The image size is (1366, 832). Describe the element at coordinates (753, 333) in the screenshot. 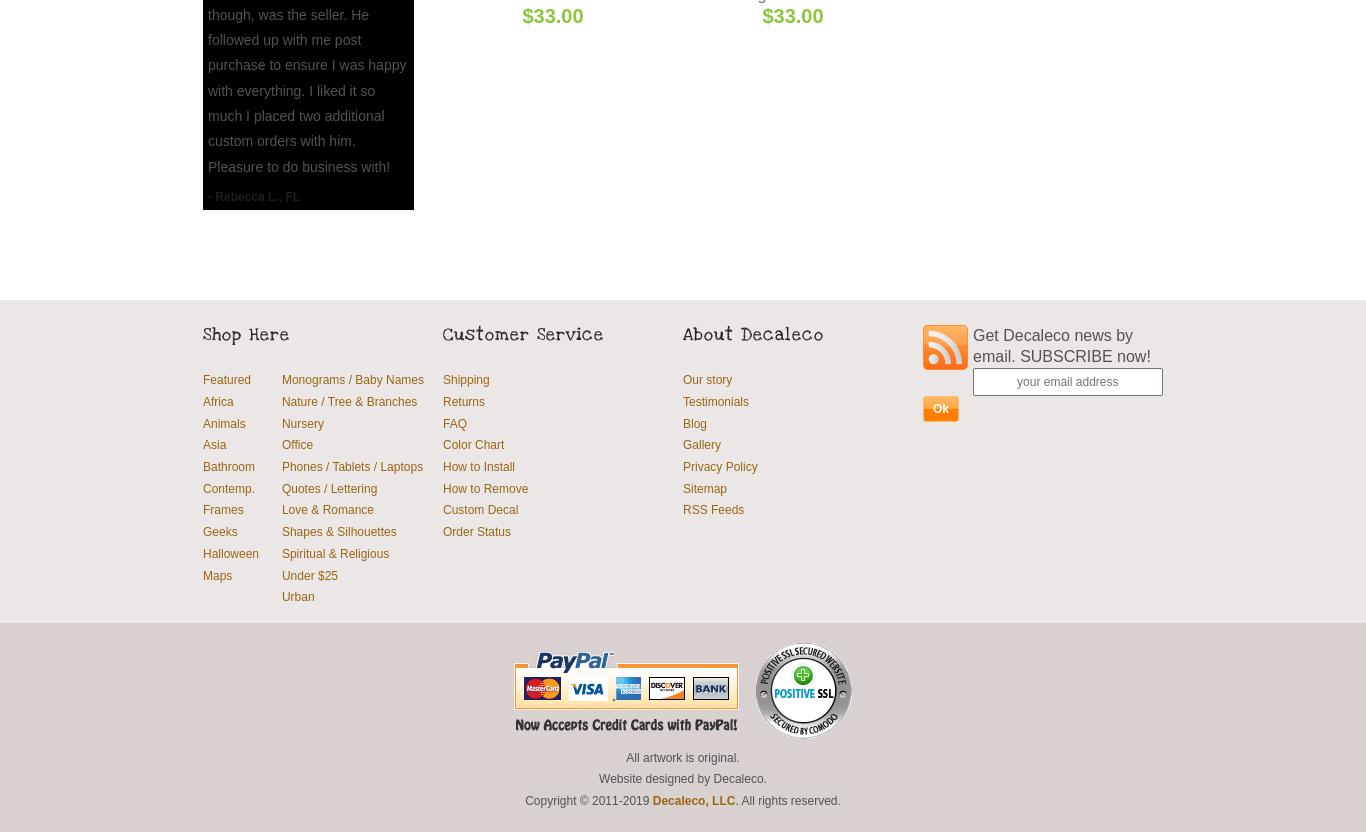

I see `'About Decaleco'` at that location.